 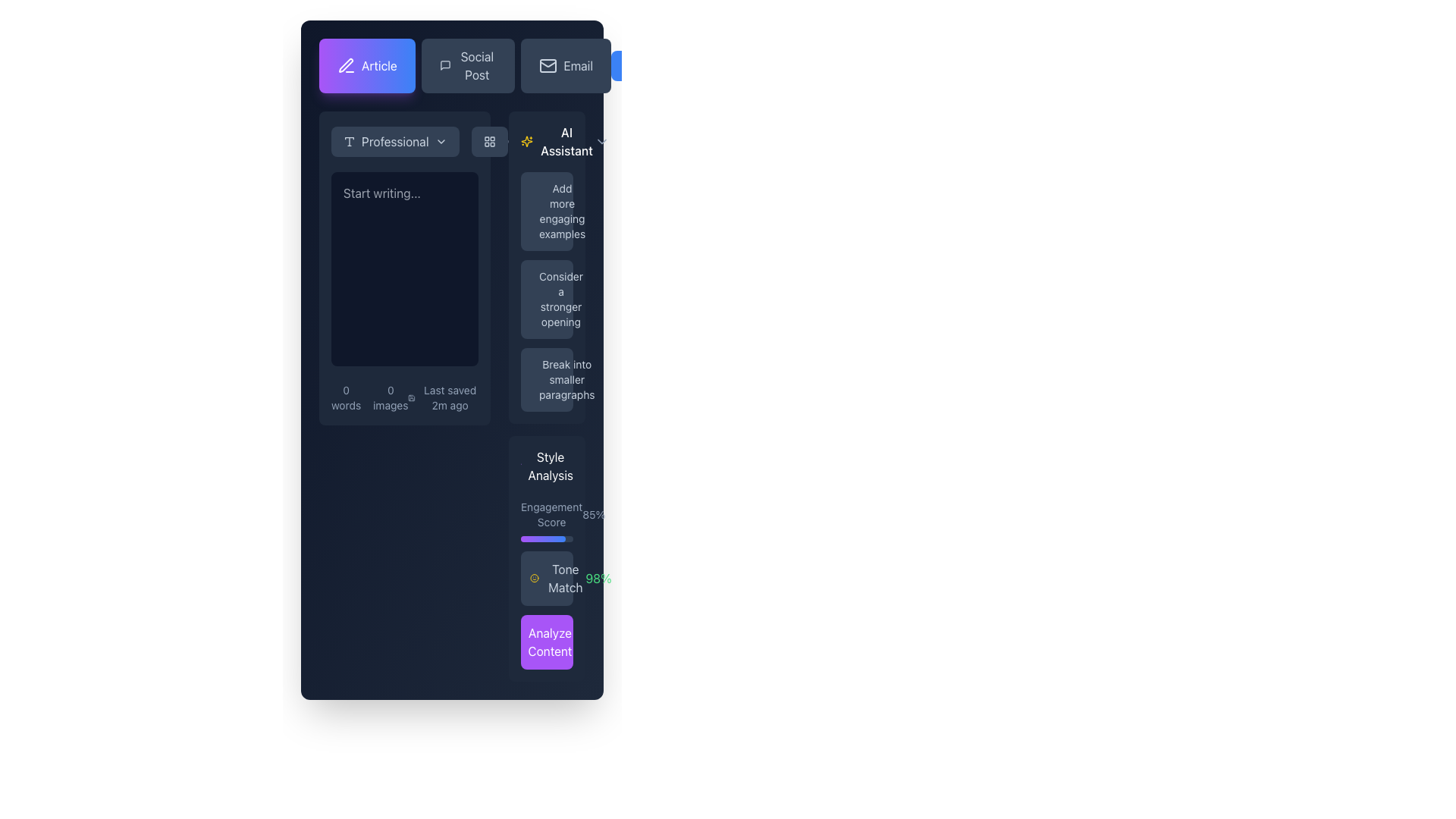 What do you see at coordinates (564, 579) in the screenshot?
I see `the Text label indicating tone matching in the 'Style Analysis' section, located to the right of the yellow smile icon and above the 'Analyze Content' button` at bounding box center [564, 579].